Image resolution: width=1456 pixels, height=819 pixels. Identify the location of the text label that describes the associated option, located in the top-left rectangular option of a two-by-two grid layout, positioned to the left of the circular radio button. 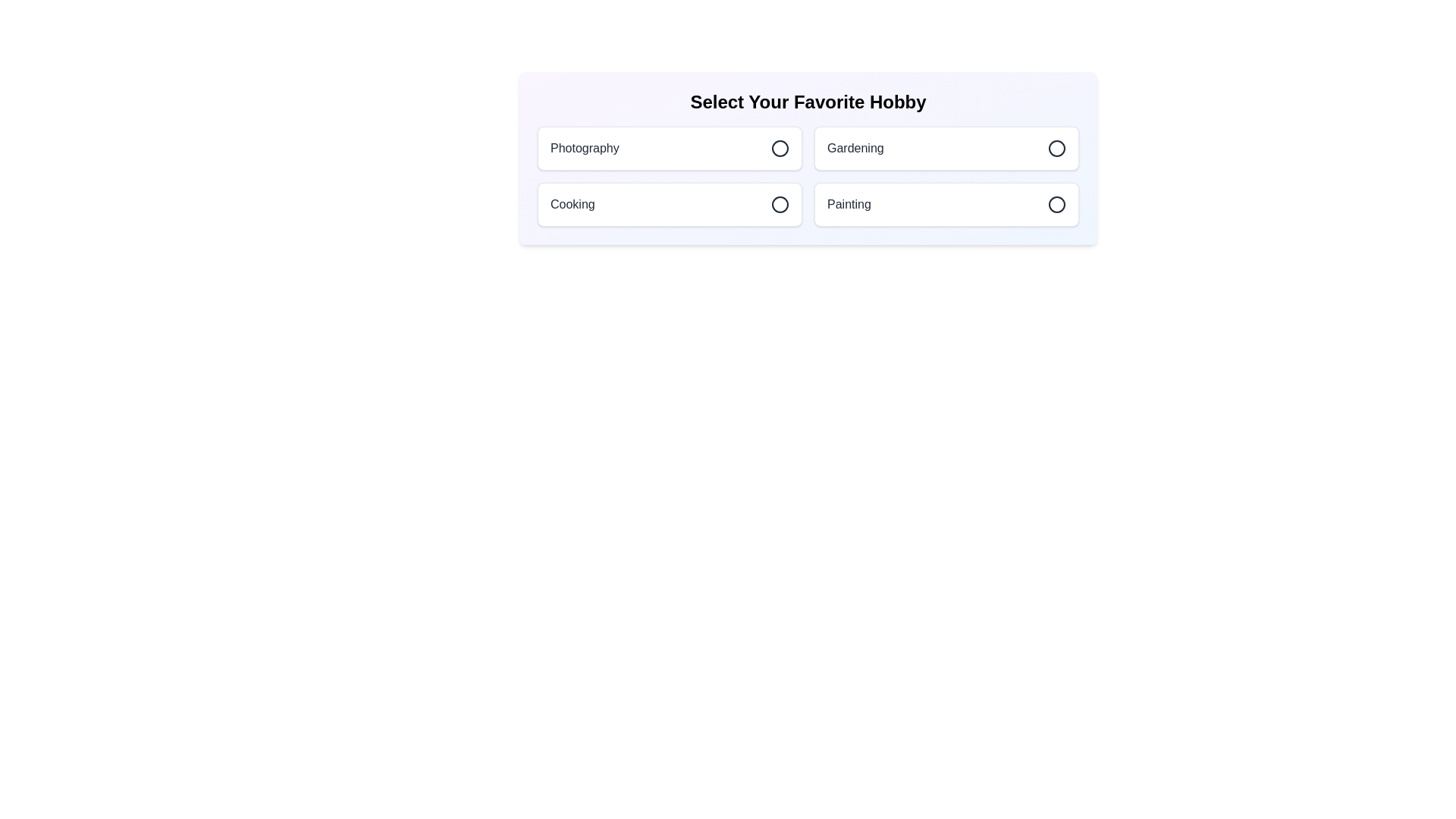
(584, 149).